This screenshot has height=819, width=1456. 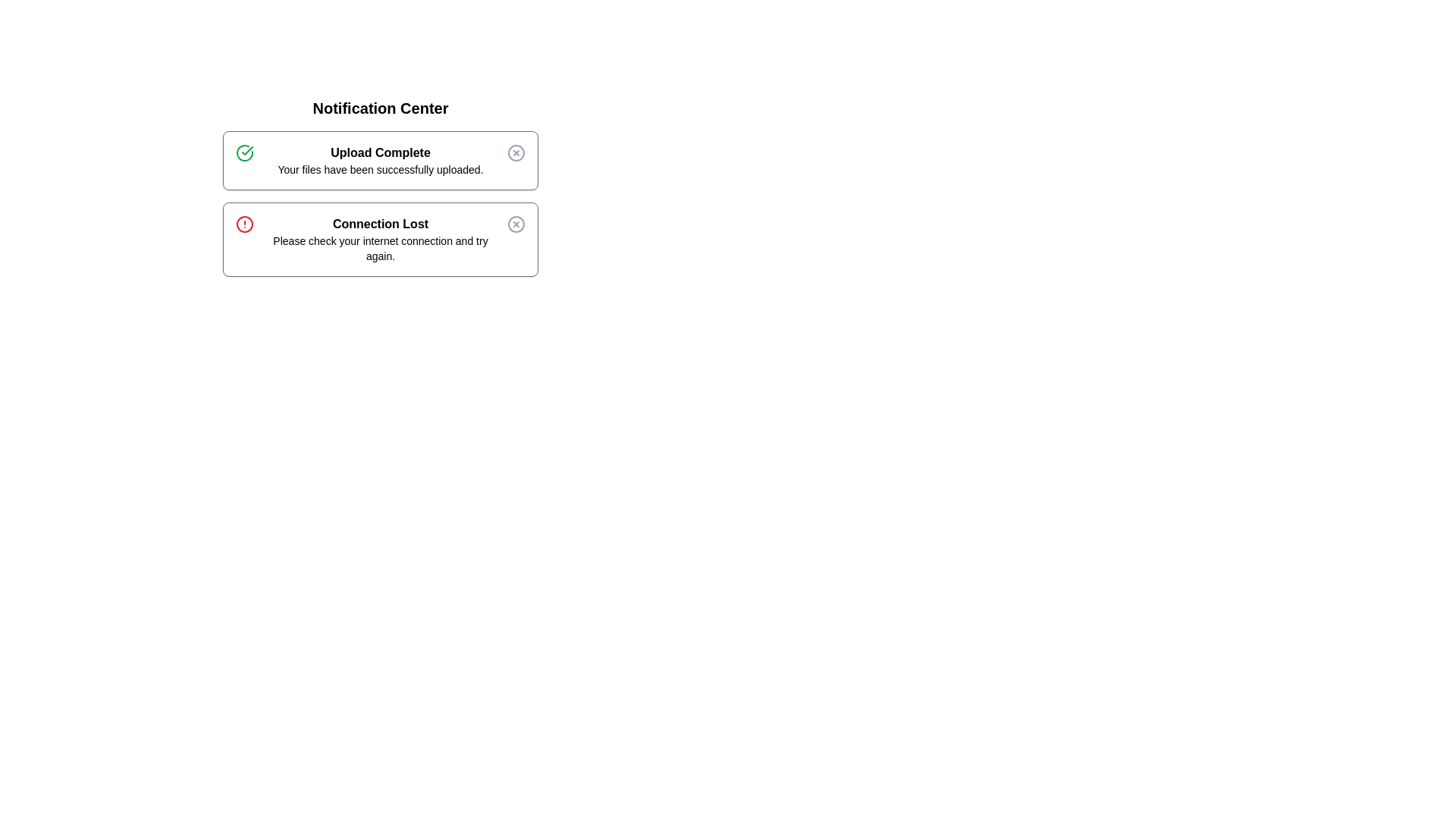 What do you see at coordinates (381, 239) in the screenshot?
I see `the text of the alert titled 'Connection Lost'` at bounding box center [381, 239].